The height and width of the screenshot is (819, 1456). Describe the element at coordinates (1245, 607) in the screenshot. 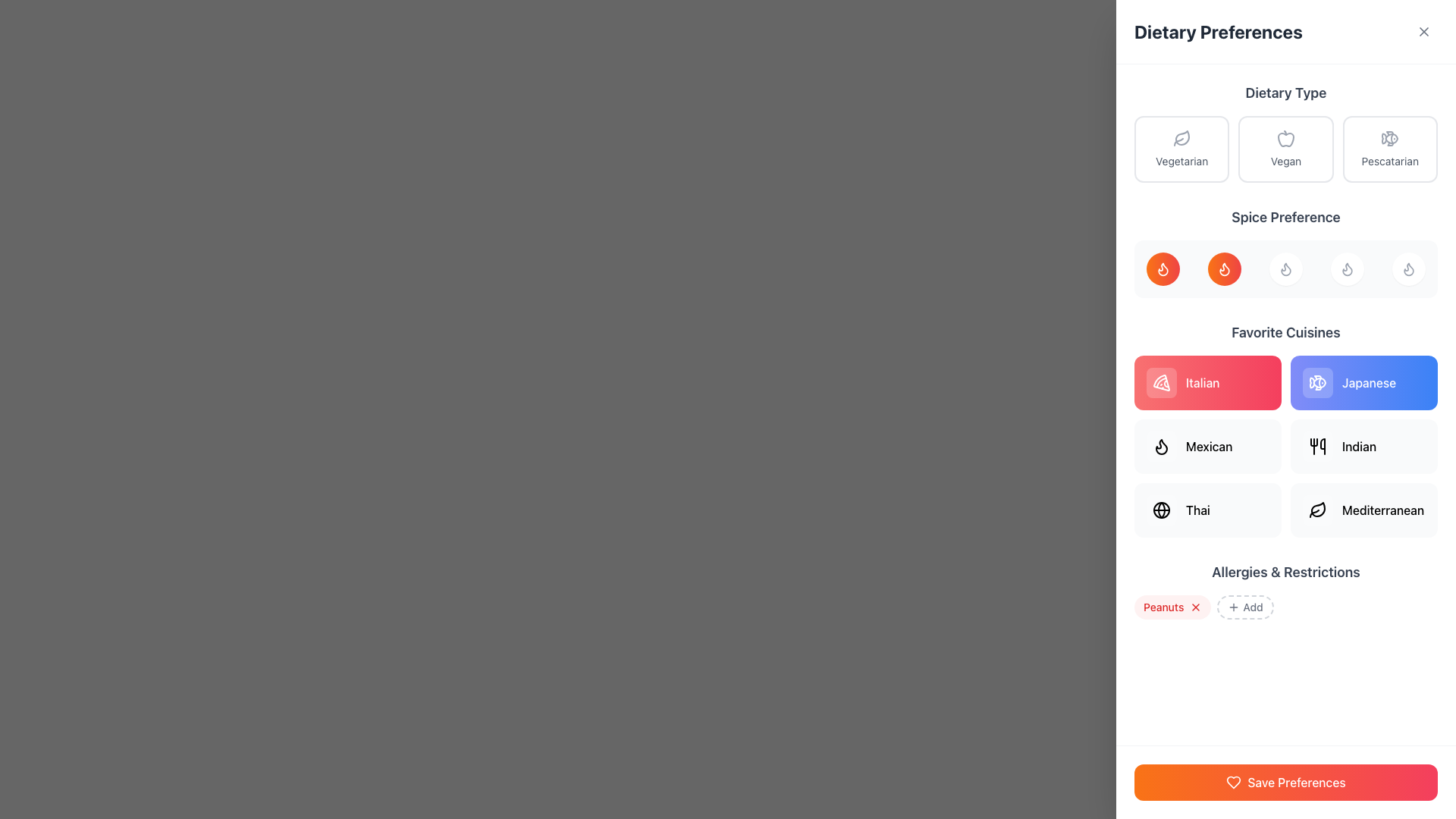

I see `the '+ Add' button in the 'Allergies & Restrictions' section` at that location.